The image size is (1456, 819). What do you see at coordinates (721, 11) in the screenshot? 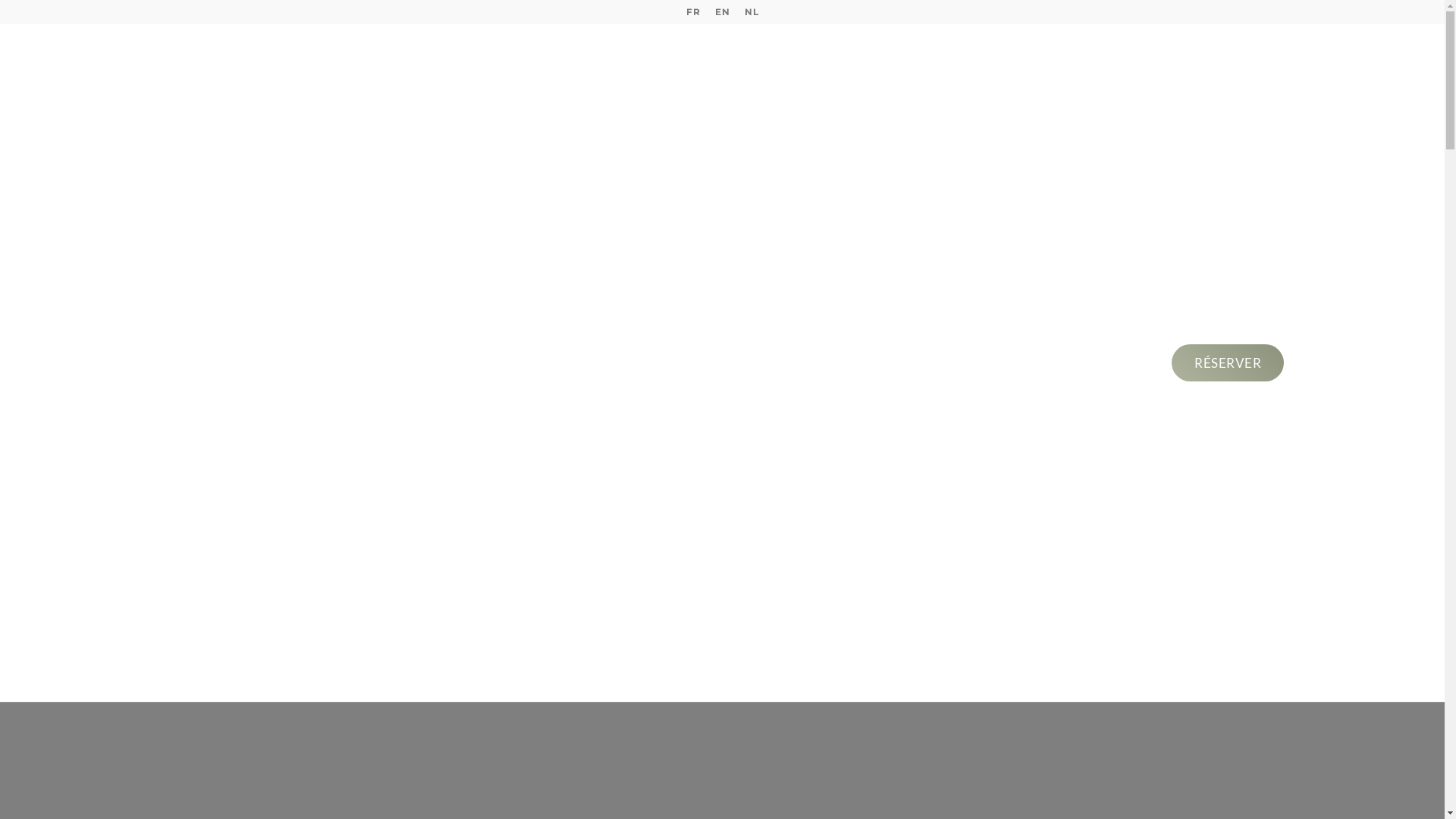
I see `'EN'` at bounding box center [721, 11].